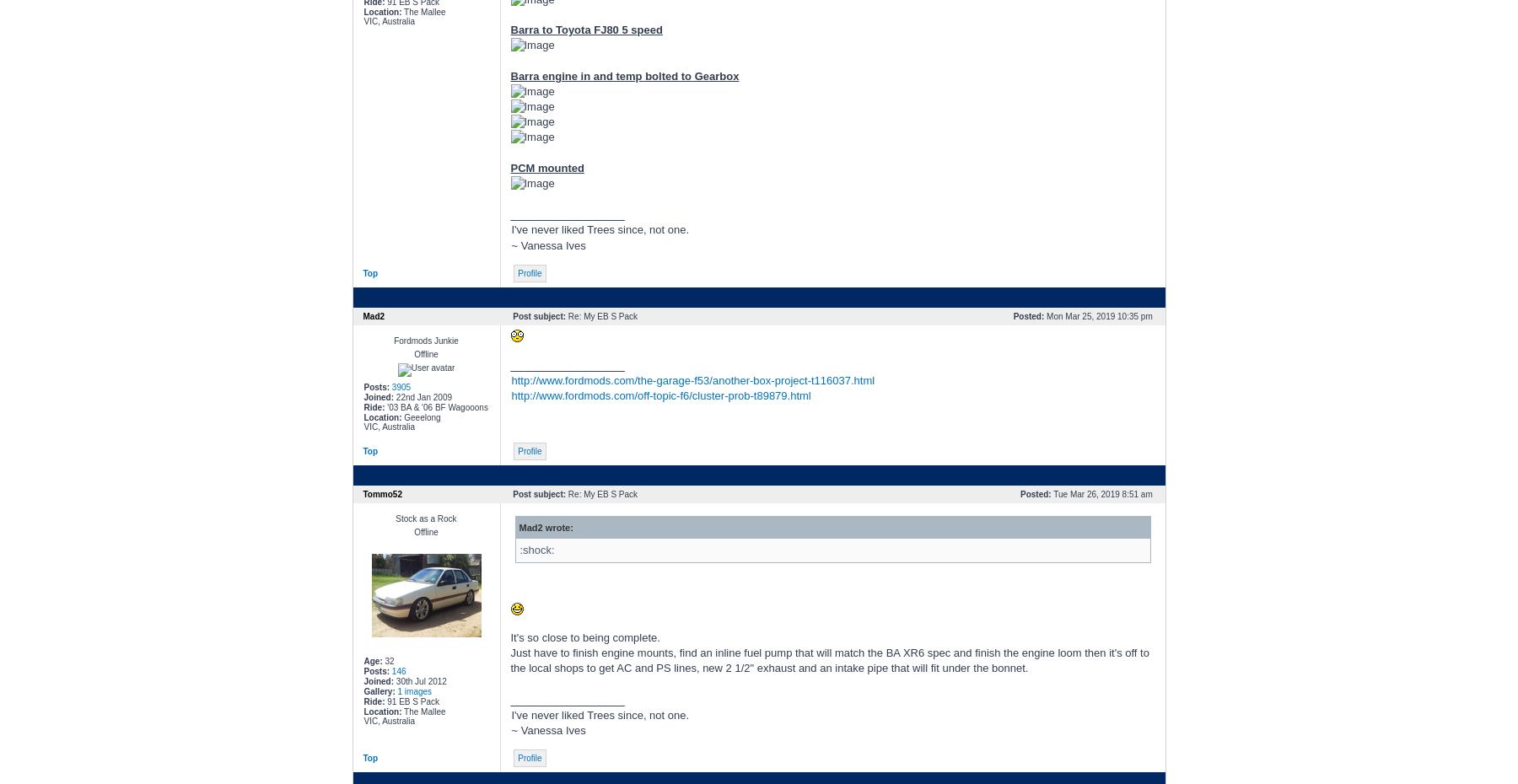 The height and width of the screenshot is (784, 1518). Describe the element at coordinates (419, 416) in the screenshot. I see `'Geeelong'` at that location.